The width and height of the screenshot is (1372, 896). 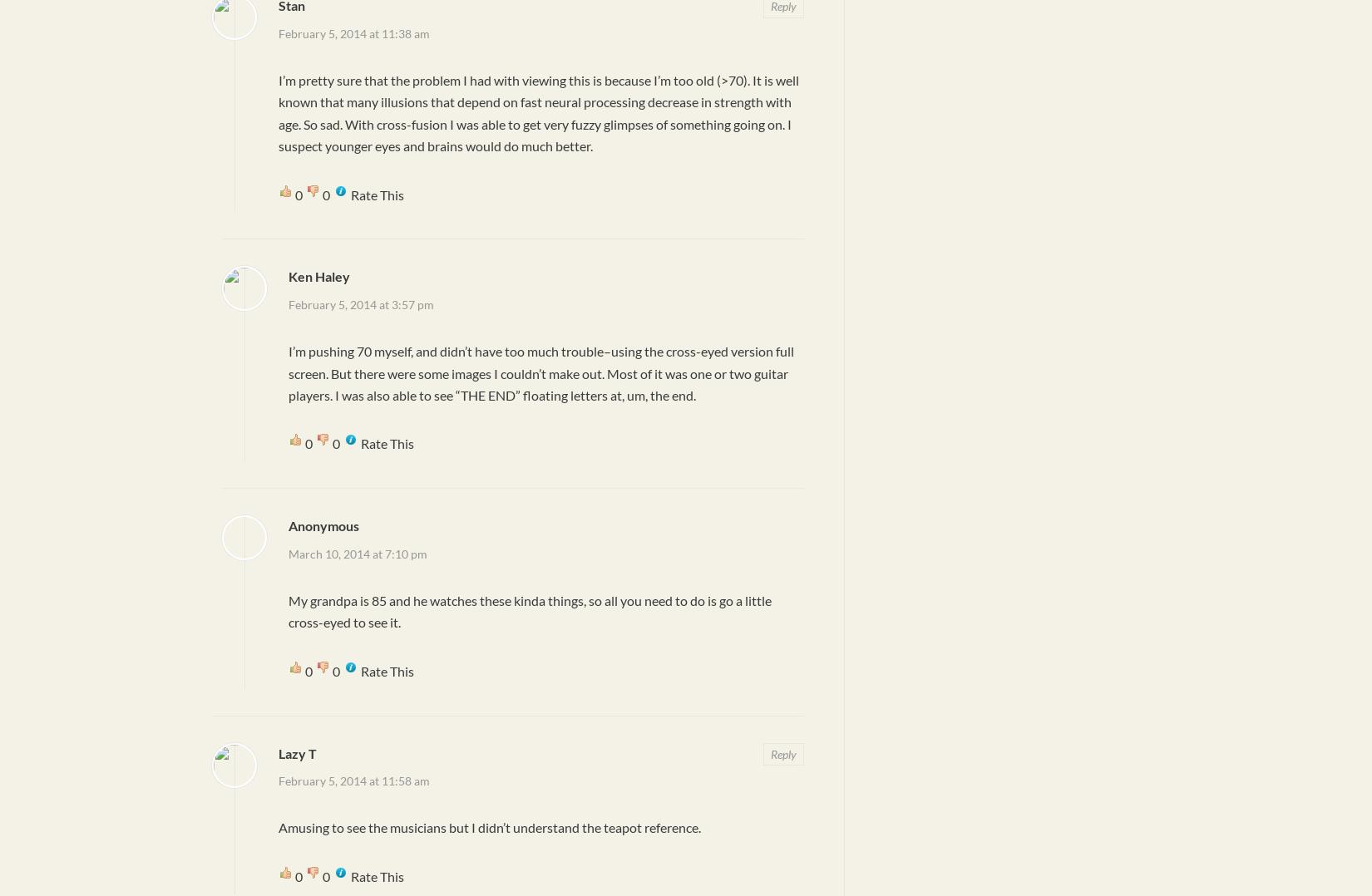 What do you see at coordinates (318, 275) in the screenshot?
I see `'Ken Haley'` at bounding box center [318, 275].